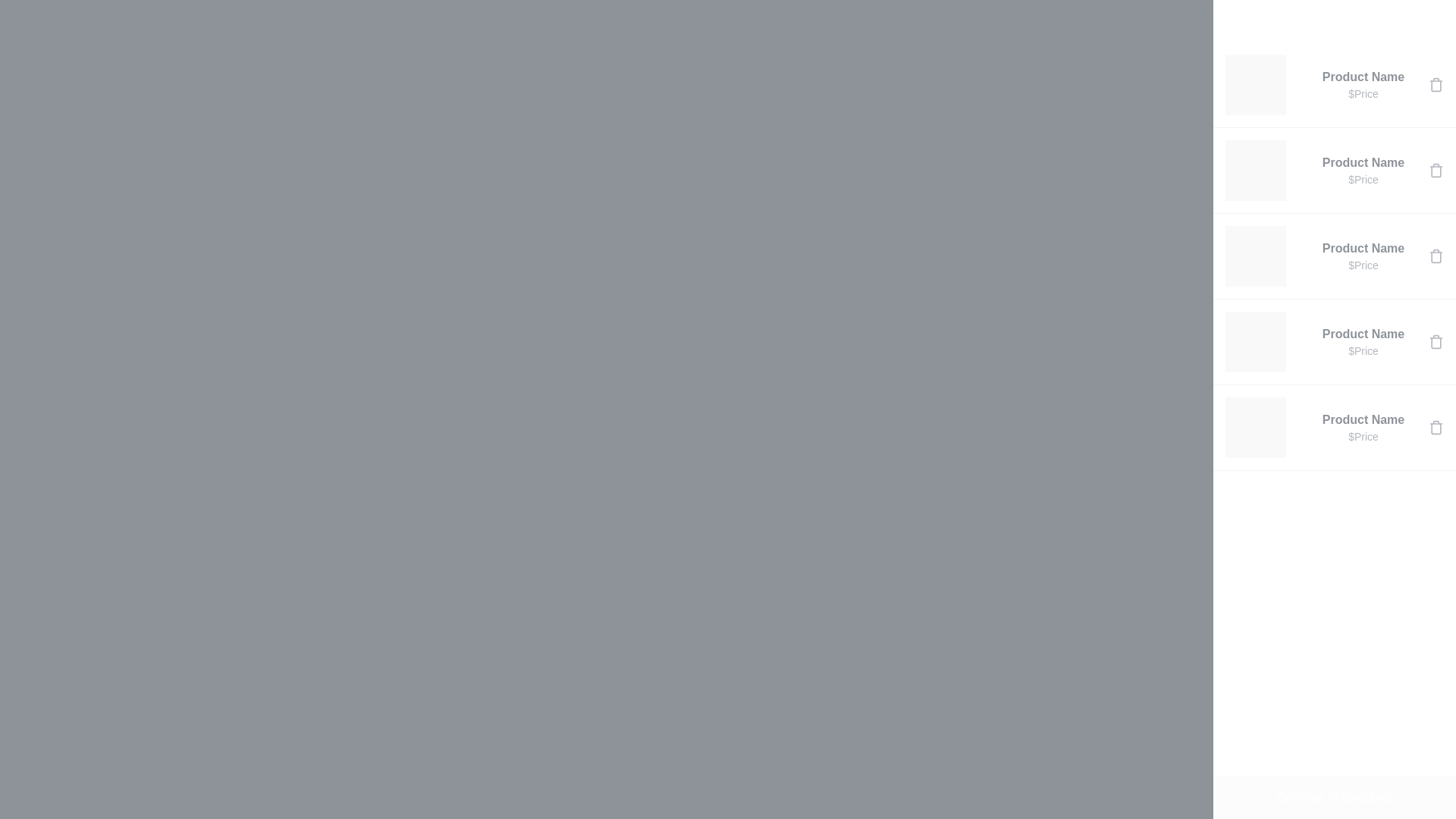  What do you see at coordinates (1363, 265) in the screenshot?
I see `the text label displaying '$Price', which is styled in a smaller font size and light gray color, located below 'Product Name' in the list item layout` at bounding box center [1363, 265].